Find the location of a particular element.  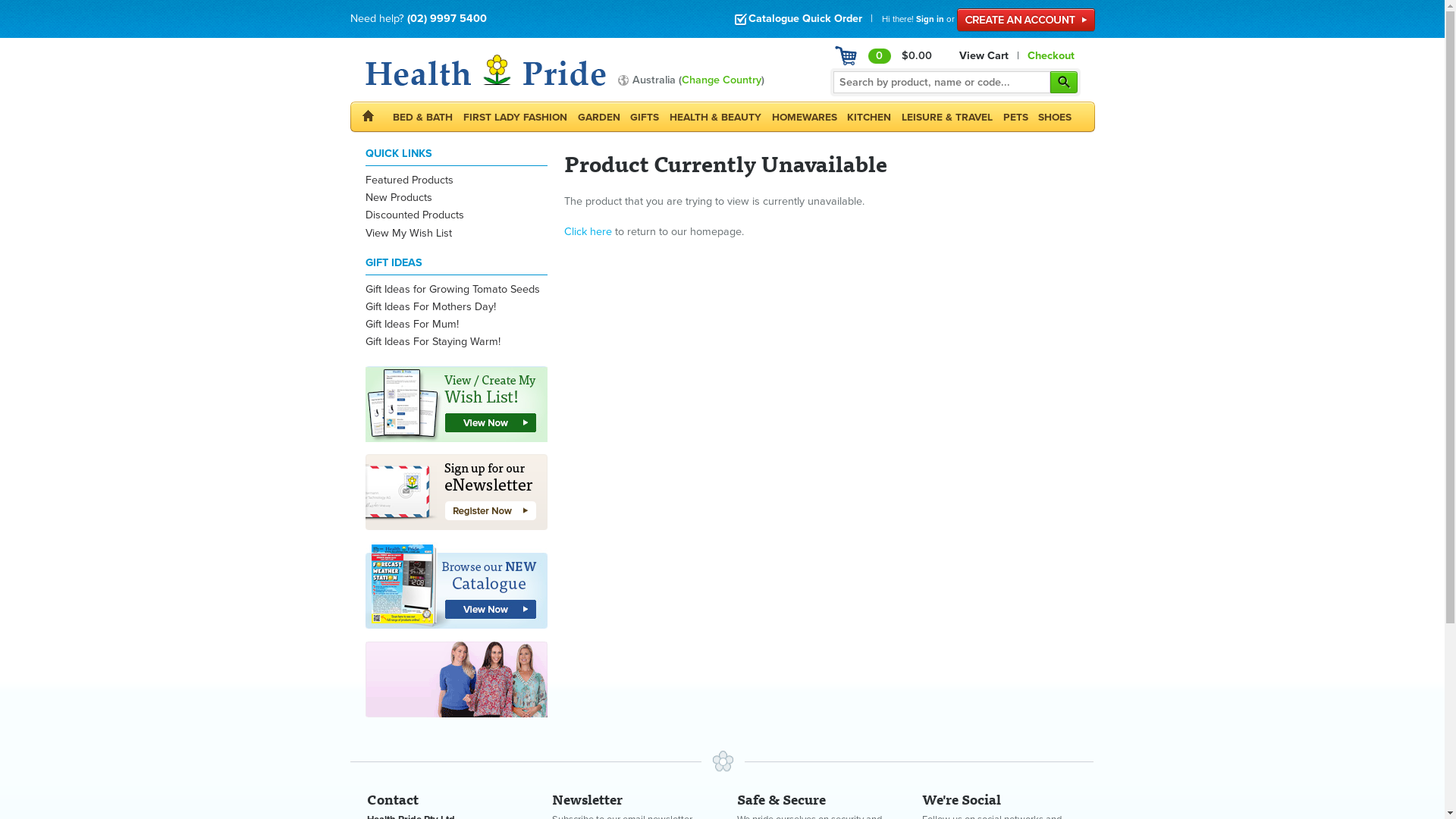

'Change Country' is located at coordinates (679, 80).